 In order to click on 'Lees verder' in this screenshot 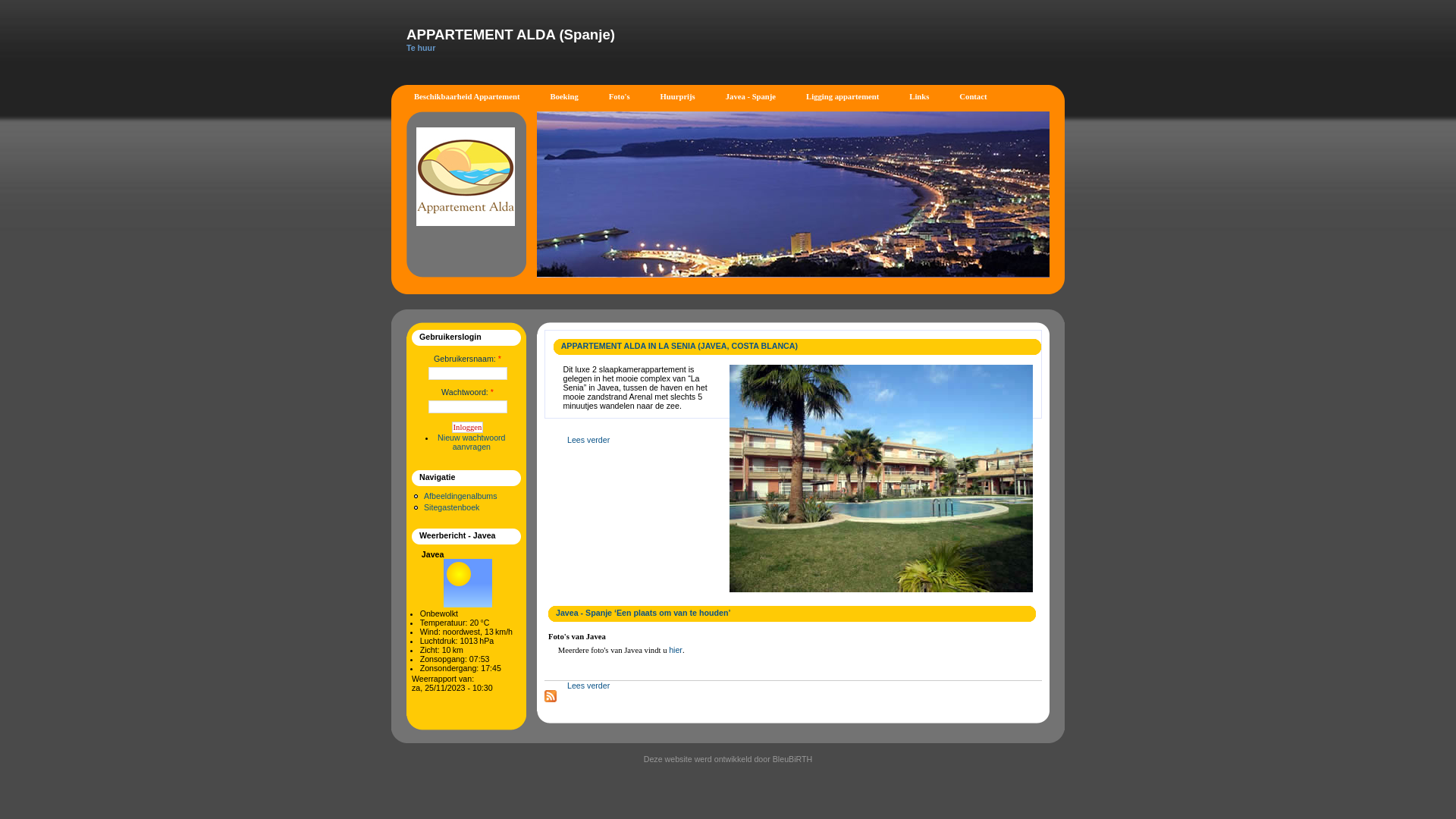, I will do `click(588, 439)`.